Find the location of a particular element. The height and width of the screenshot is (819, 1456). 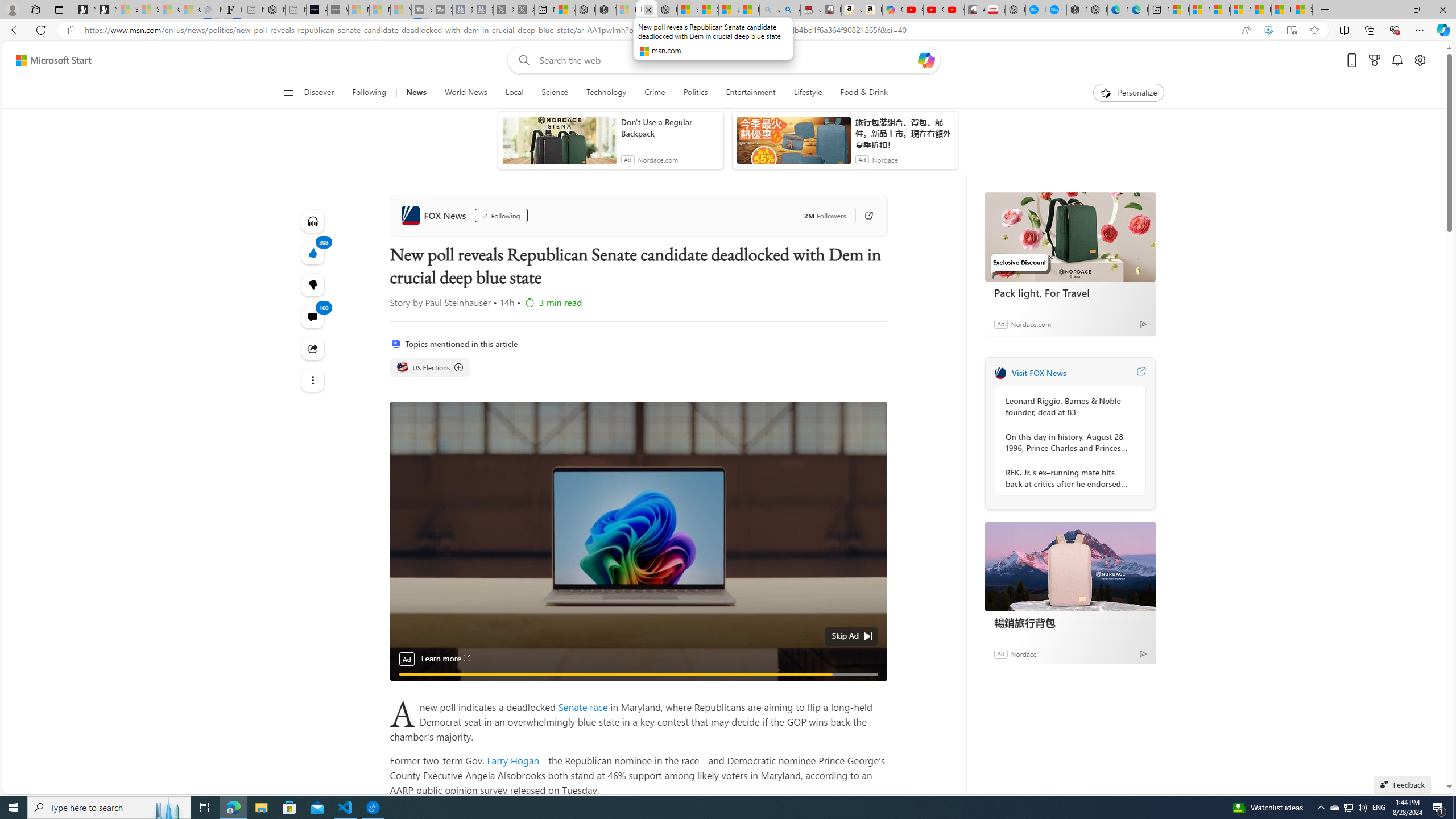

'amazon - Search - Sleeping' is located at coordinates (769, 9).